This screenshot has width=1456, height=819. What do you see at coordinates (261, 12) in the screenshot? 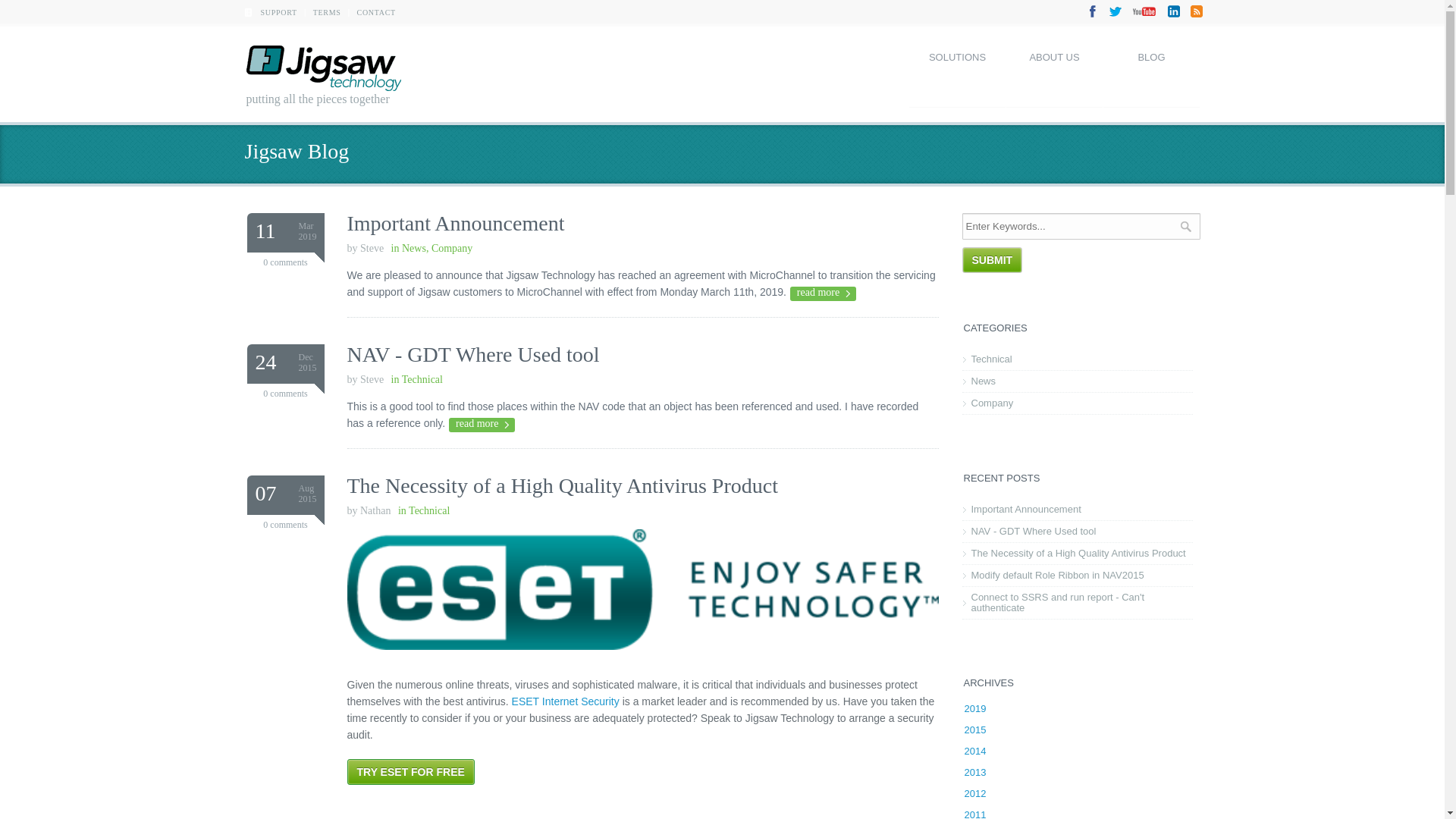
I see `'SUPPORT'` at bounding box center [261, 12].